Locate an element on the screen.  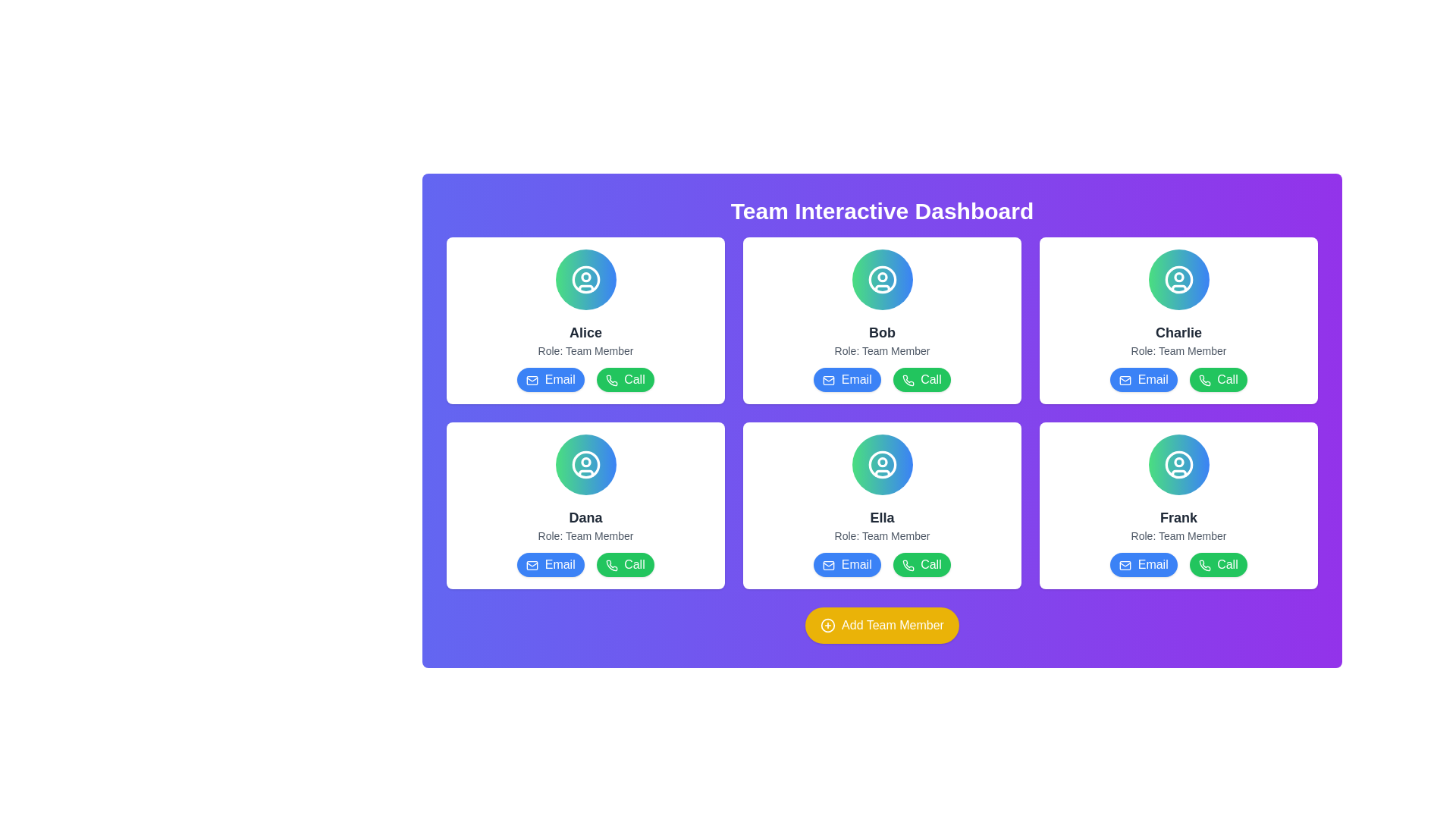
the inner circle of the user icon in the card labeled 'Ella' is located at coordinates (882, 464).